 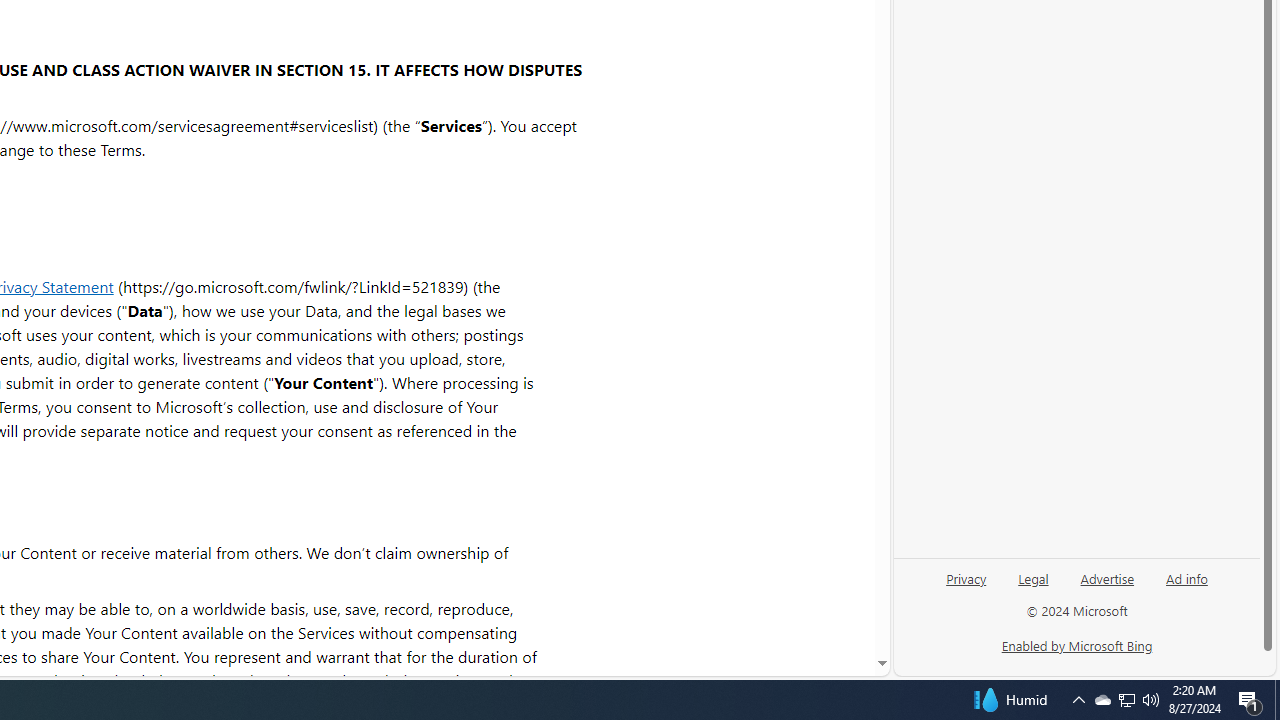 I want to click on 'Advertise', so click(x=1106, y=577).